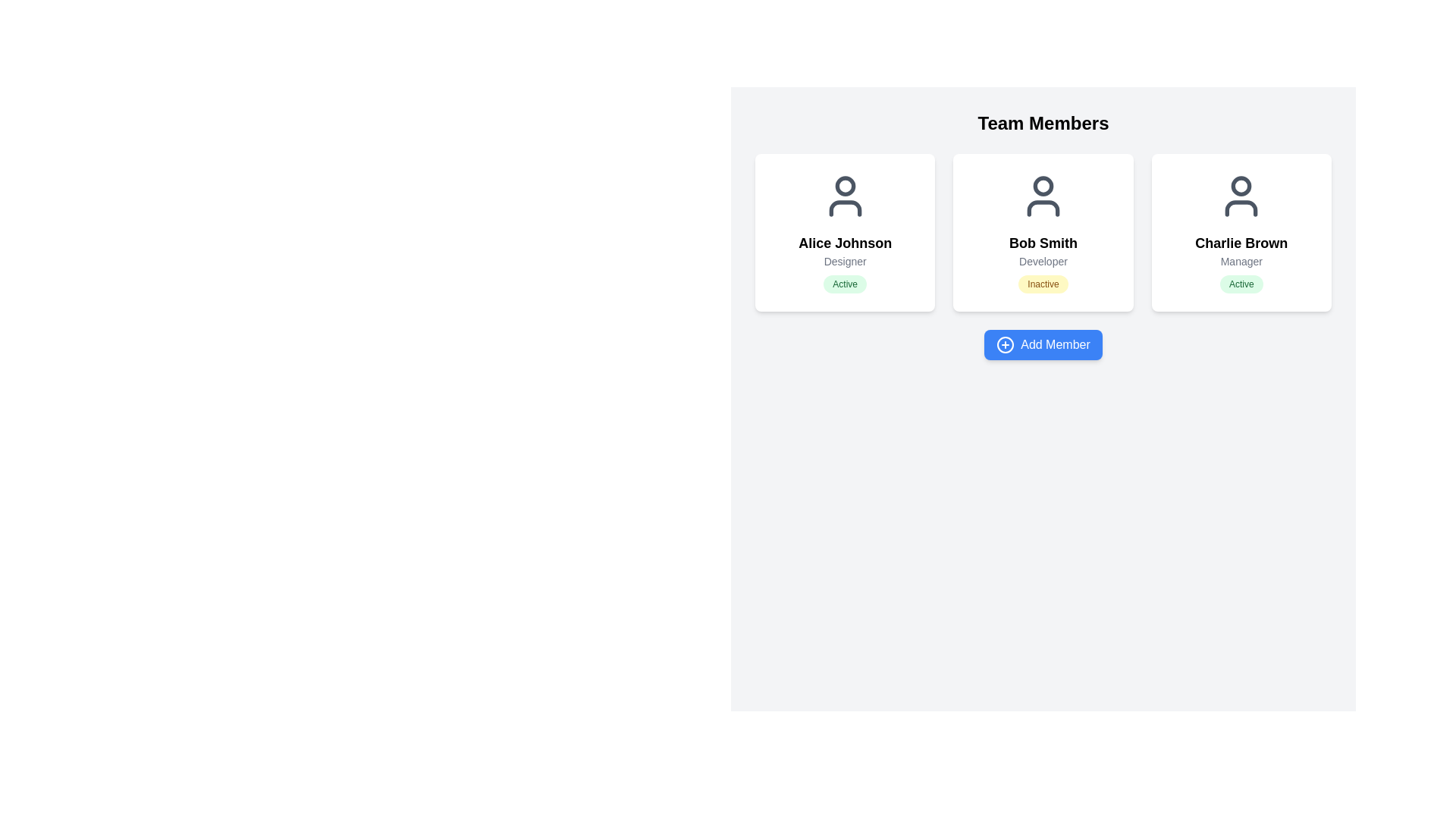  What do you see at coordinates (1043, 233) in the screenshot?
I see `the User profile card for 'Bob Smith', which features a white background, rounded corners, and a yellow 'Inactive' badge at the bottom` at bounding box center [1043, 233].